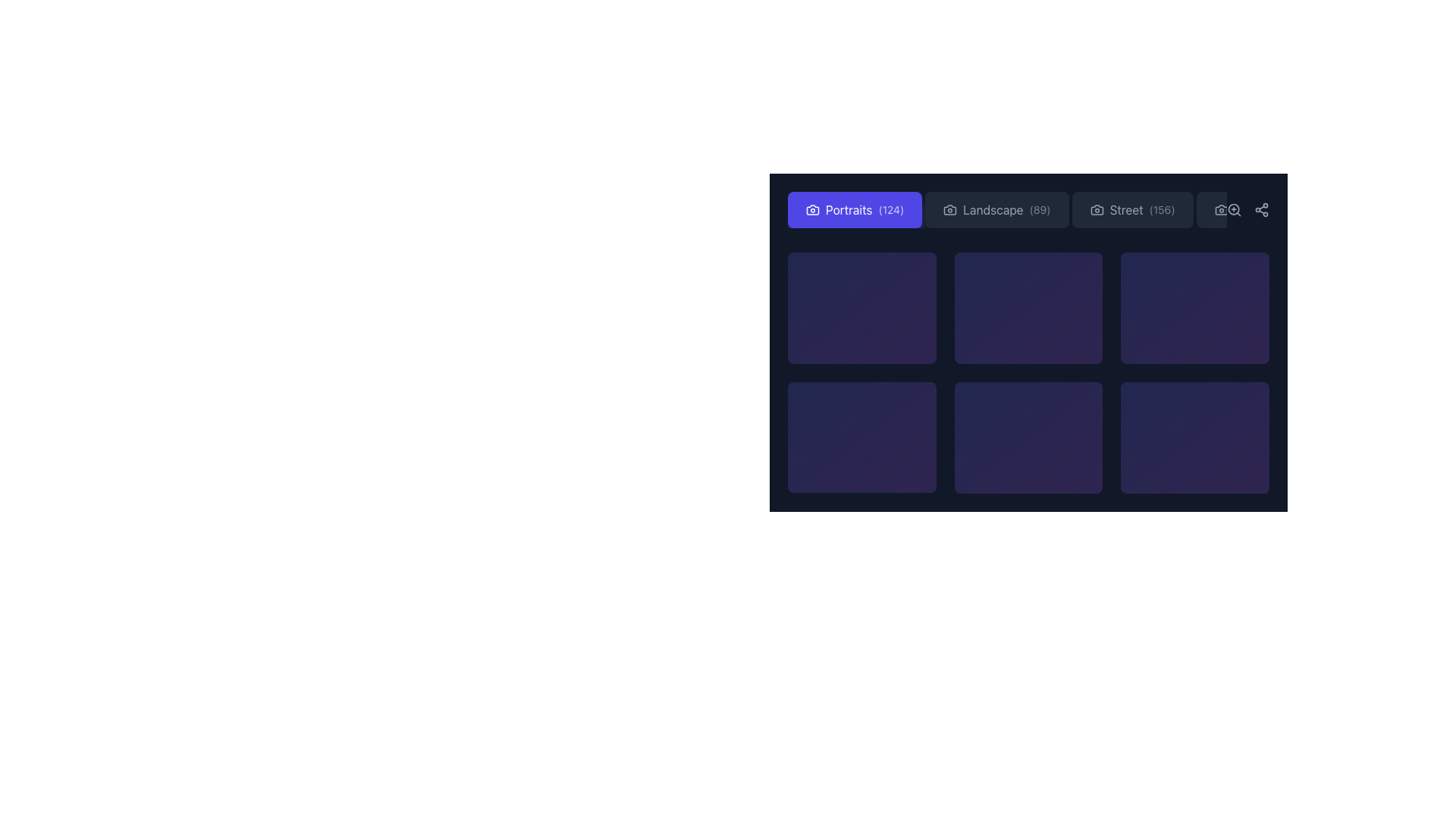  Describe the element at coordinates (1007, 210) in the screenshot. I see `the tab labeled 'Landscape (89)'` at that location.